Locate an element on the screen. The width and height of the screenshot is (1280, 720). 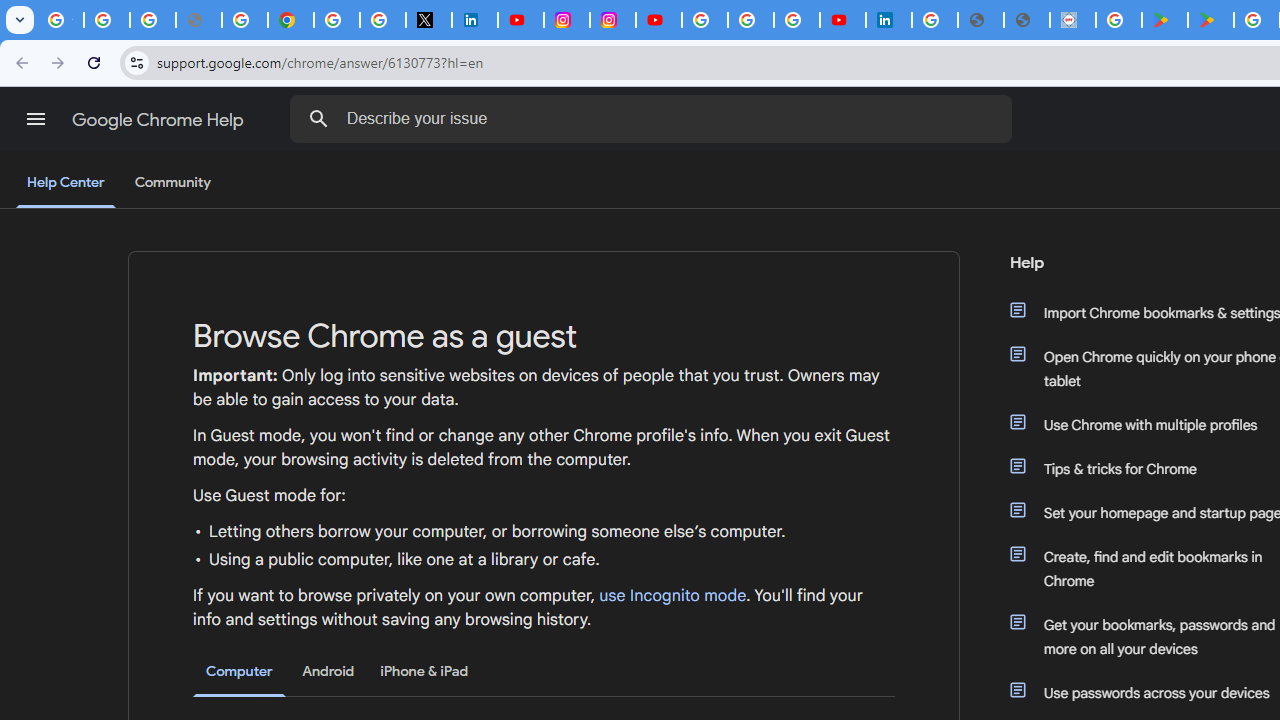
'Main menu' is located at coordinates (35, 119).